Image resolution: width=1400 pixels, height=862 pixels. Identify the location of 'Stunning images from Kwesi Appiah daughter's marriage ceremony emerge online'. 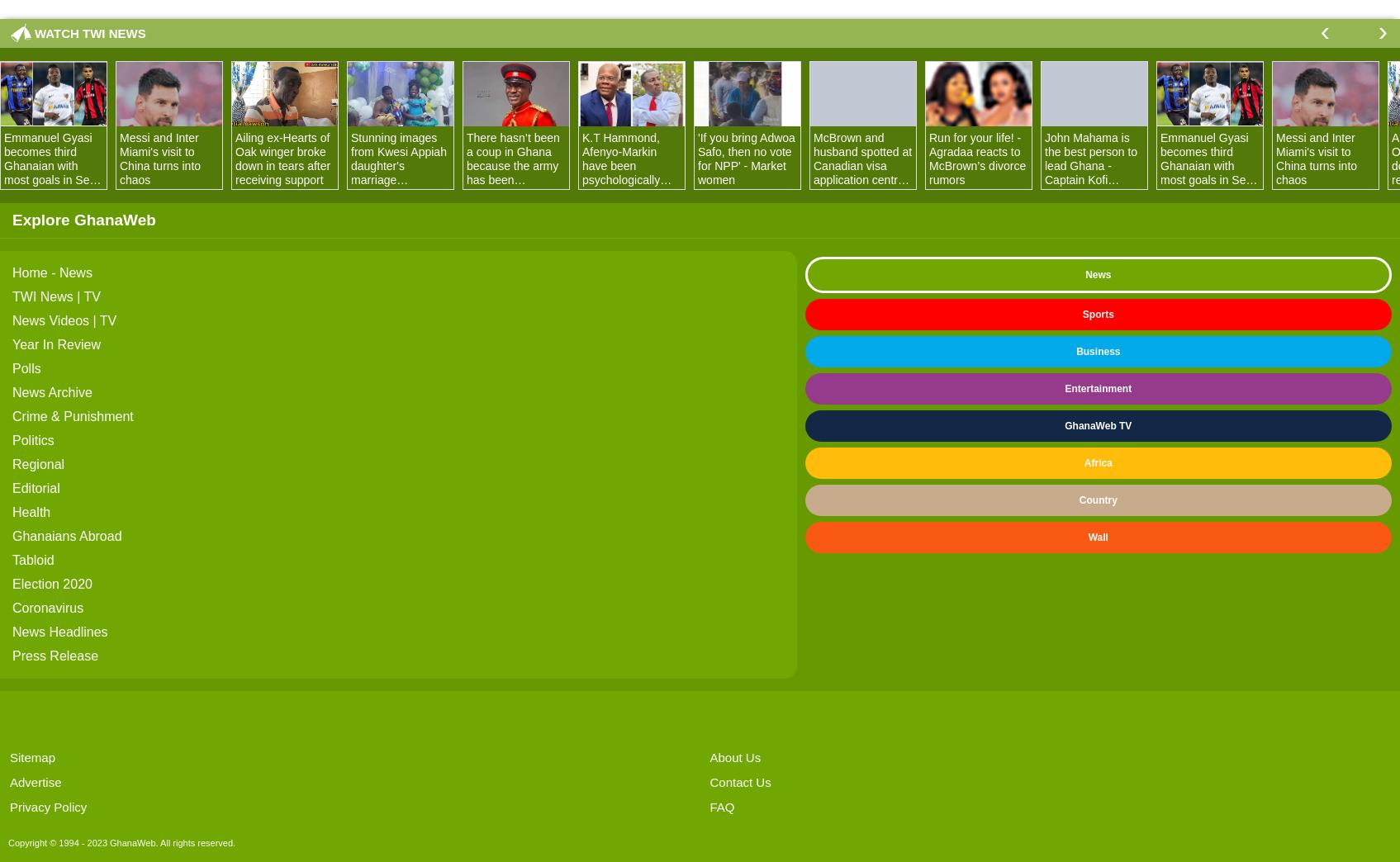
(397, 173).